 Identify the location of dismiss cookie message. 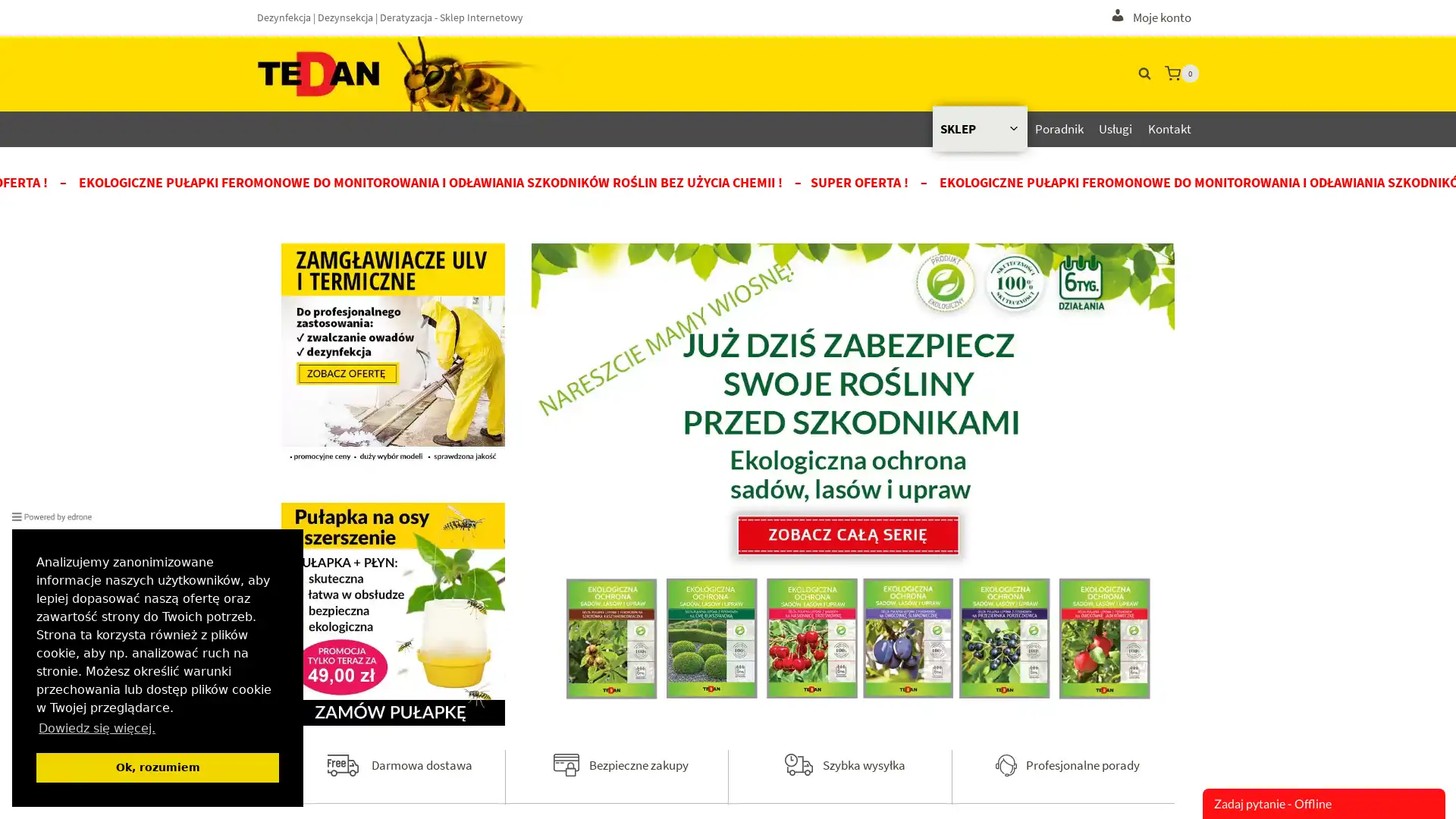
(157, 767).